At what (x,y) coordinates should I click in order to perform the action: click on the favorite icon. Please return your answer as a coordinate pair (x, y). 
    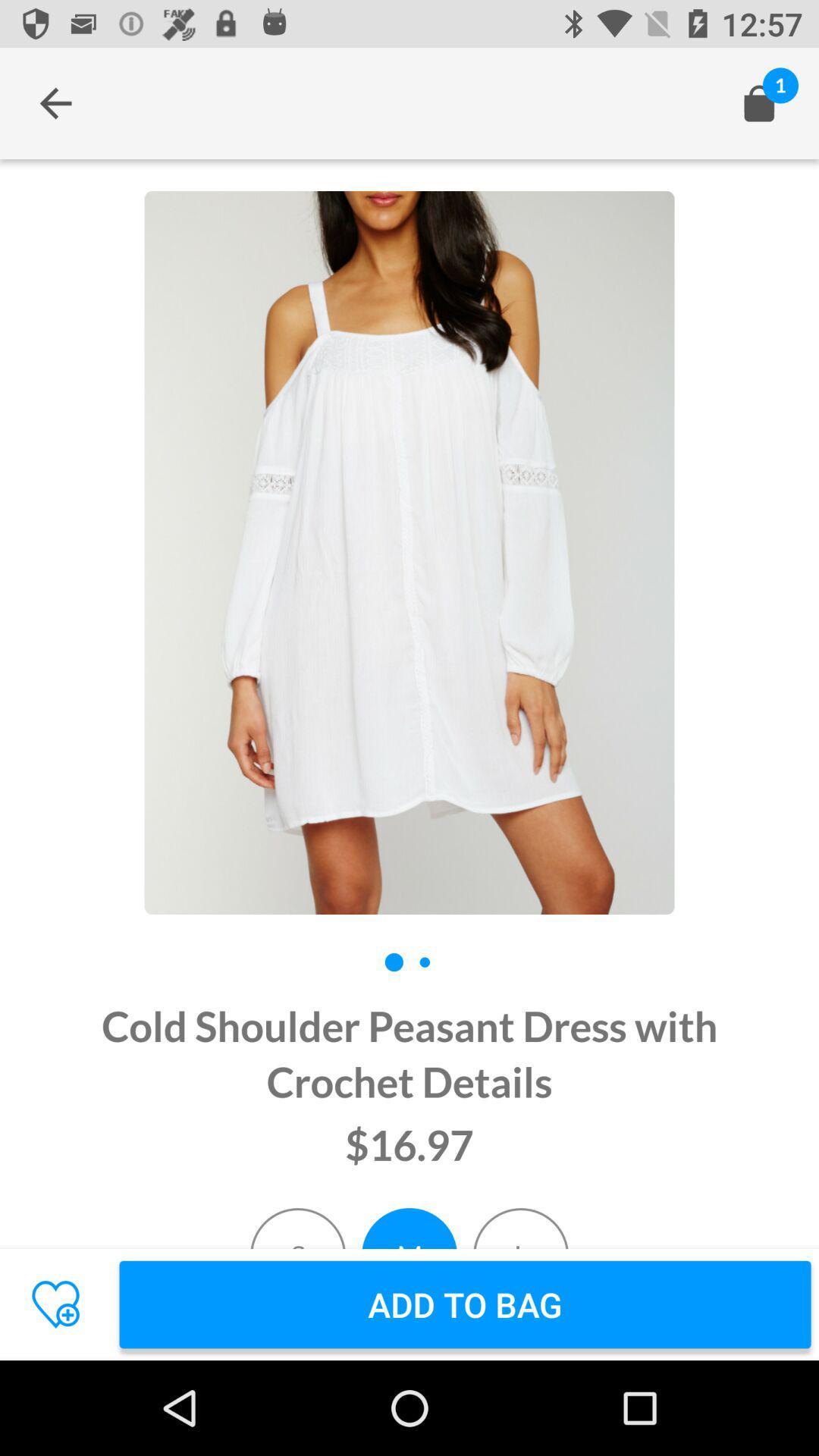
    Looking at the image, I should click on (55, 1304).